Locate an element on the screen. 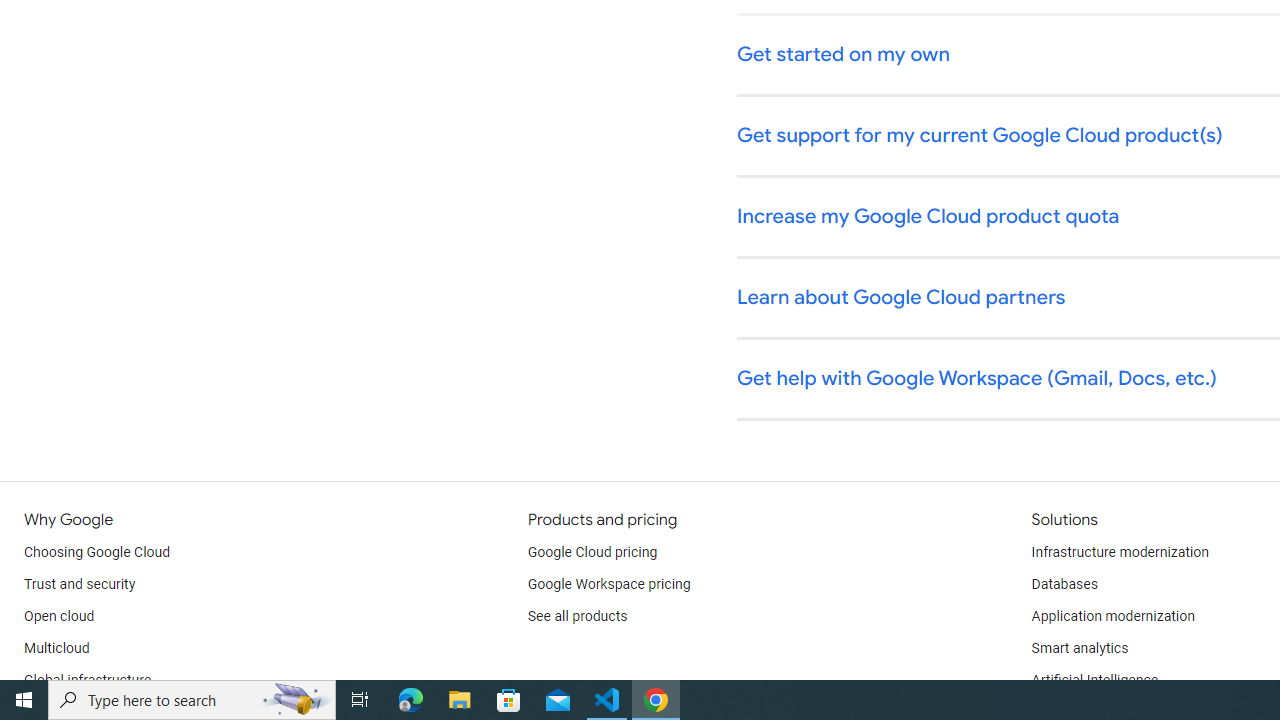 The width and height of the screenshot is (1280, 720). 'Trust and security' is located at coordinates (80, 585).